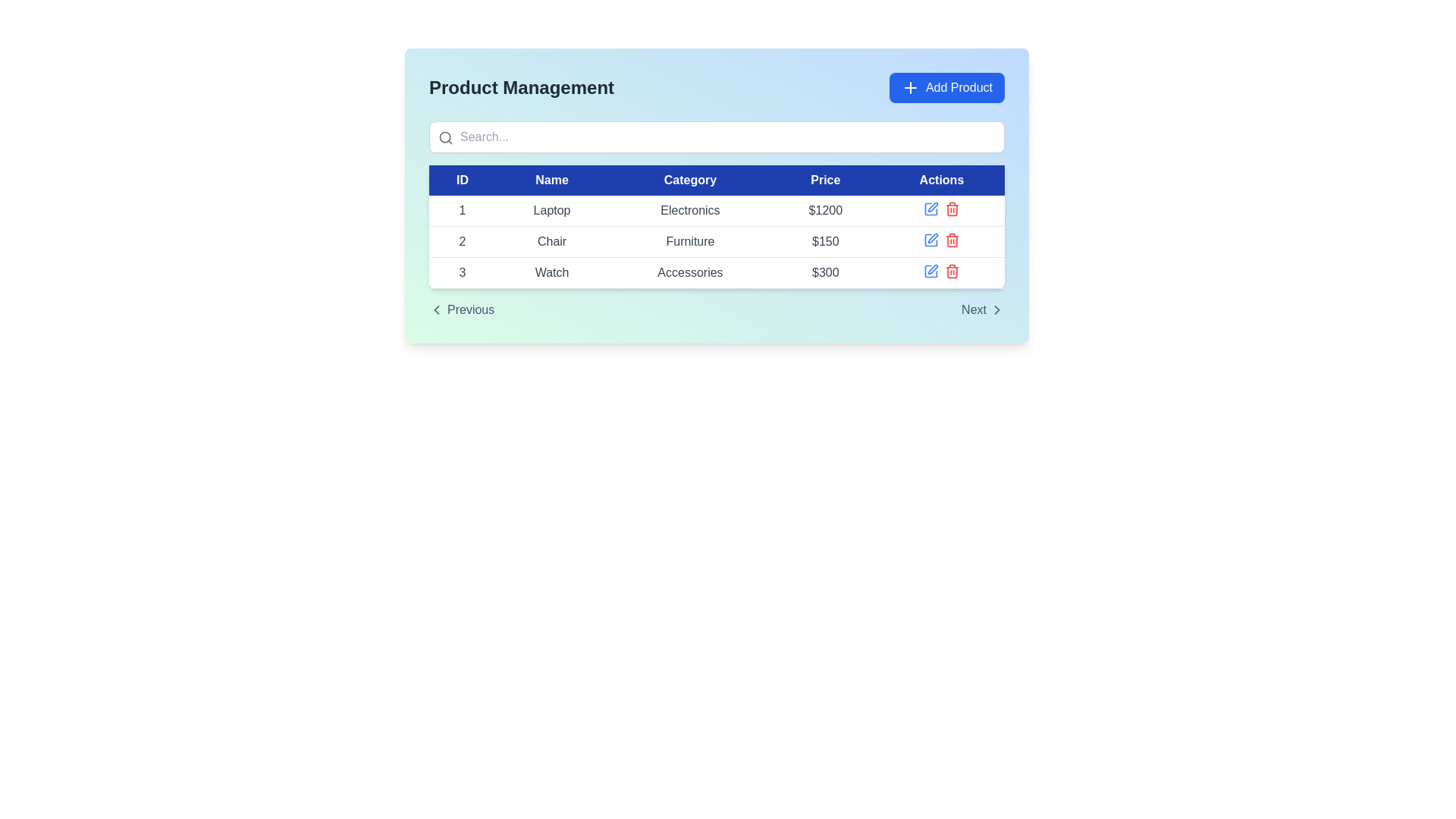 This screenshot has width=1456, height=819. I want to click on the small blue-bordered plus icon located to the left of the 'Add Product' button in the upper right corner of the interface, so click(910, 87).